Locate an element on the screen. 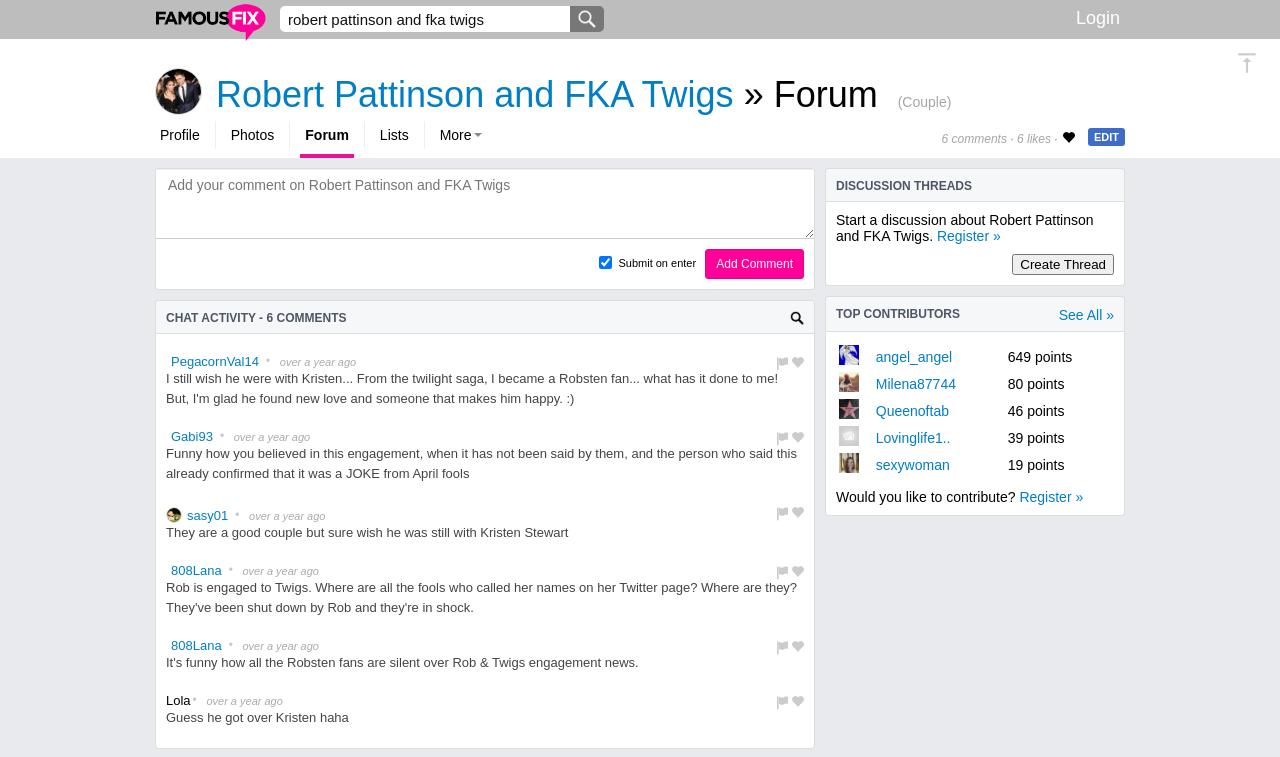  'Add Comment' is located at coordinates (753, 262).